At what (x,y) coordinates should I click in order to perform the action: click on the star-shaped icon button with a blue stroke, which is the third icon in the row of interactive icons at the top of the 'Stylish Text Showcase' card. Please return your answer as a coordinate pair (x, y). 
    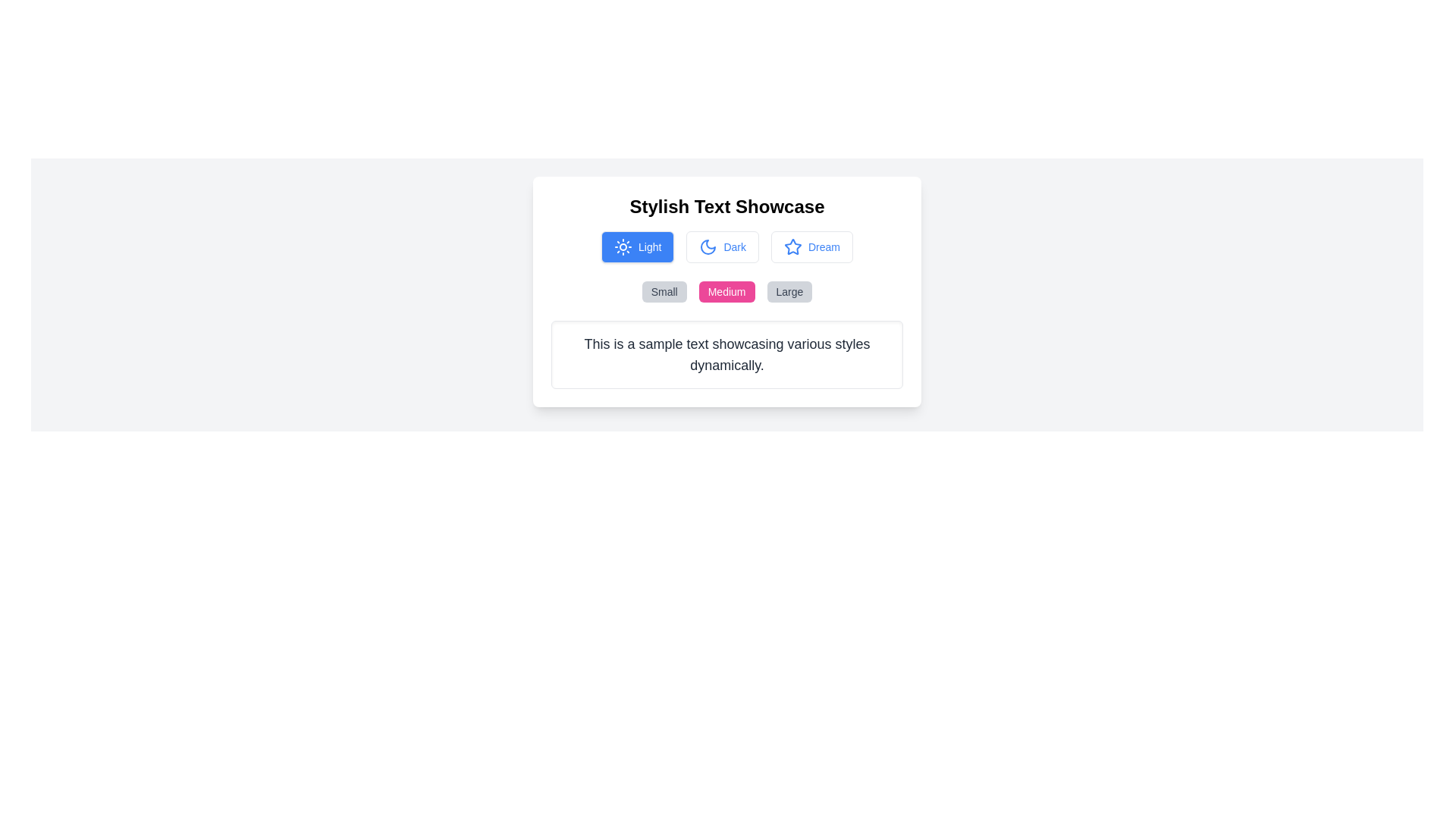
    Looking at the image, I should click on (792, 246).